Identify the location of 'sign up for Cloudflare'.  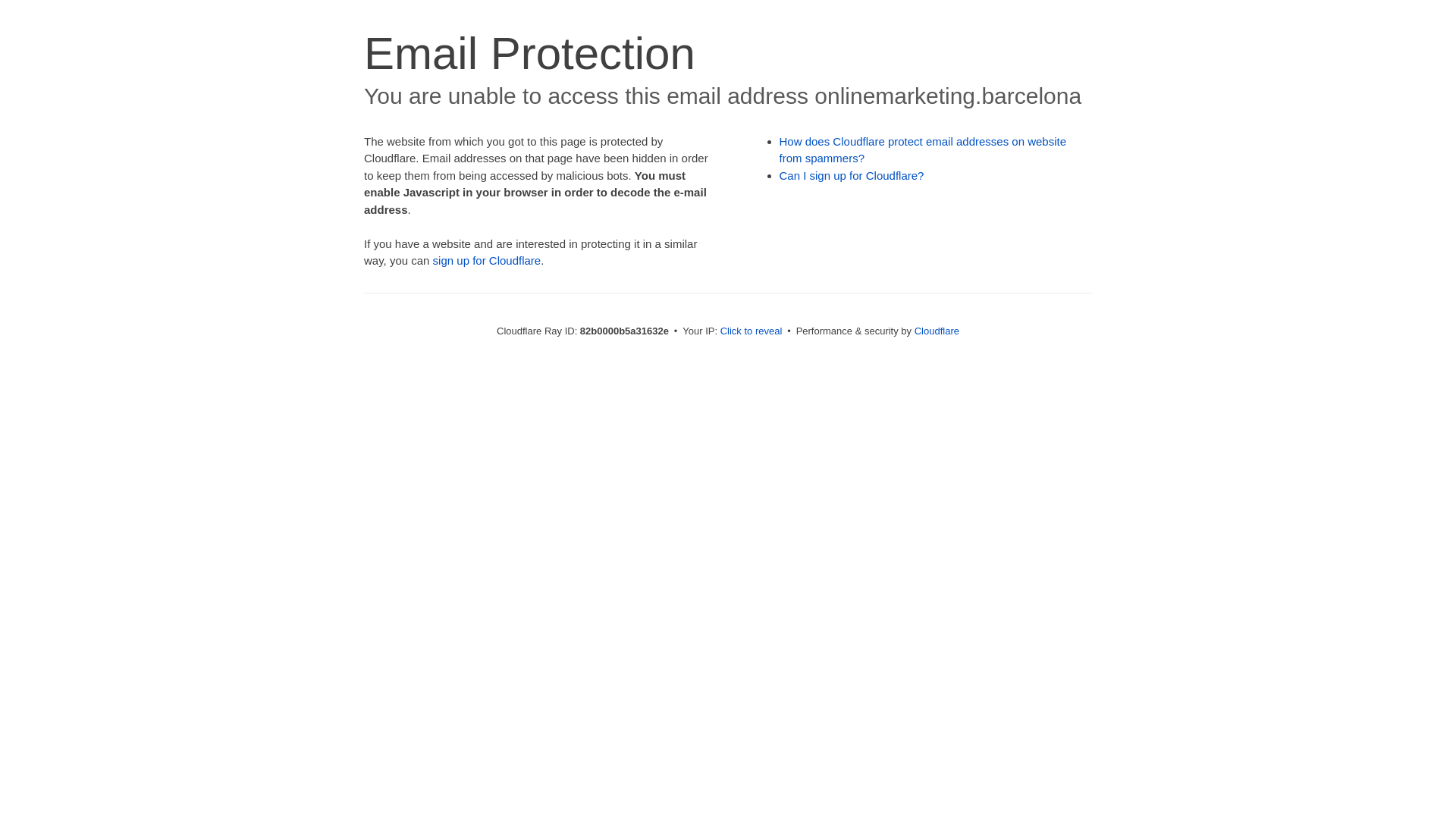
(432, 259).